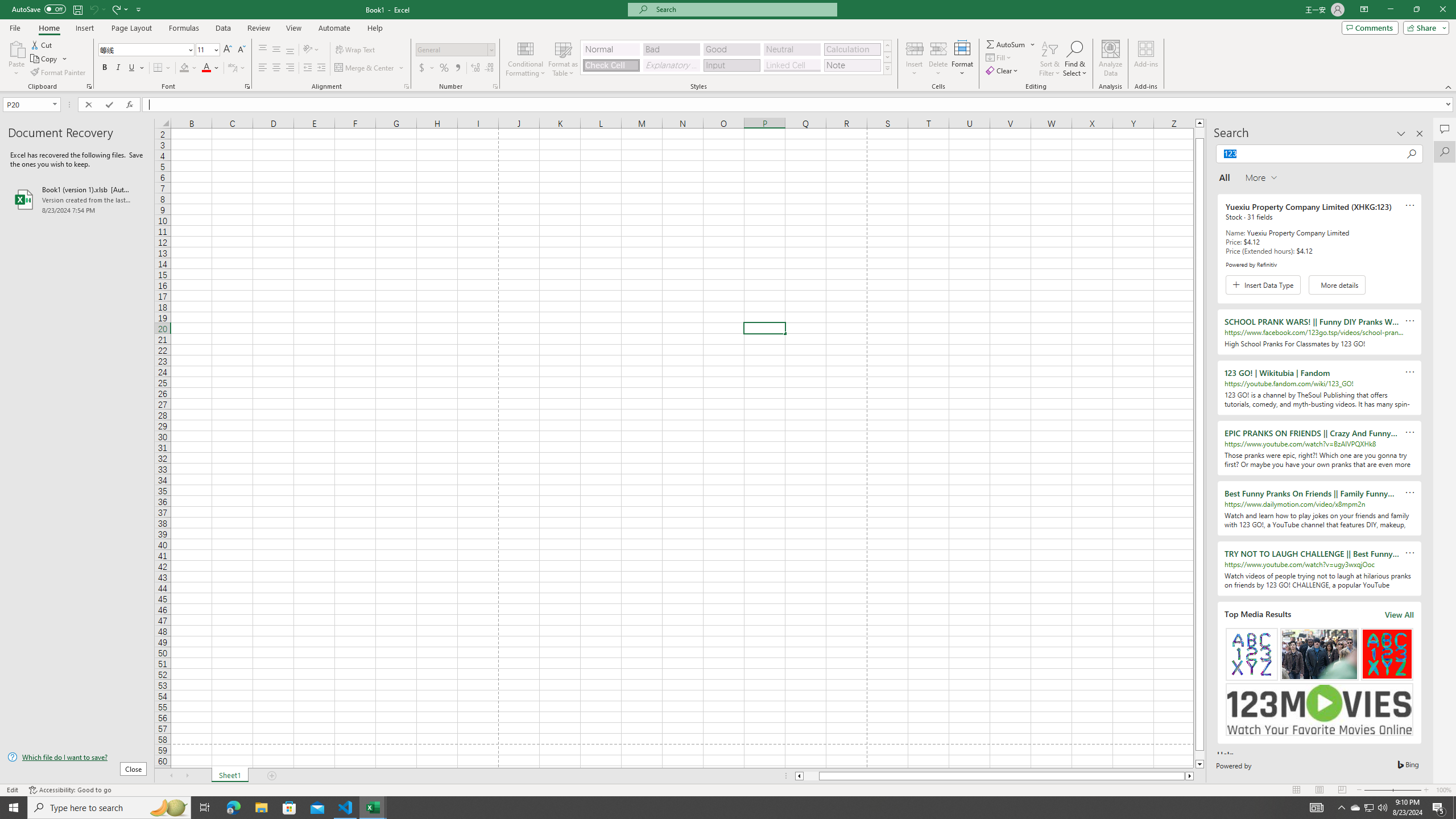  What do you see at coordinates (791, 49) in the screenshot?
I see `'Neutral'` at bounding box center [791, 49].